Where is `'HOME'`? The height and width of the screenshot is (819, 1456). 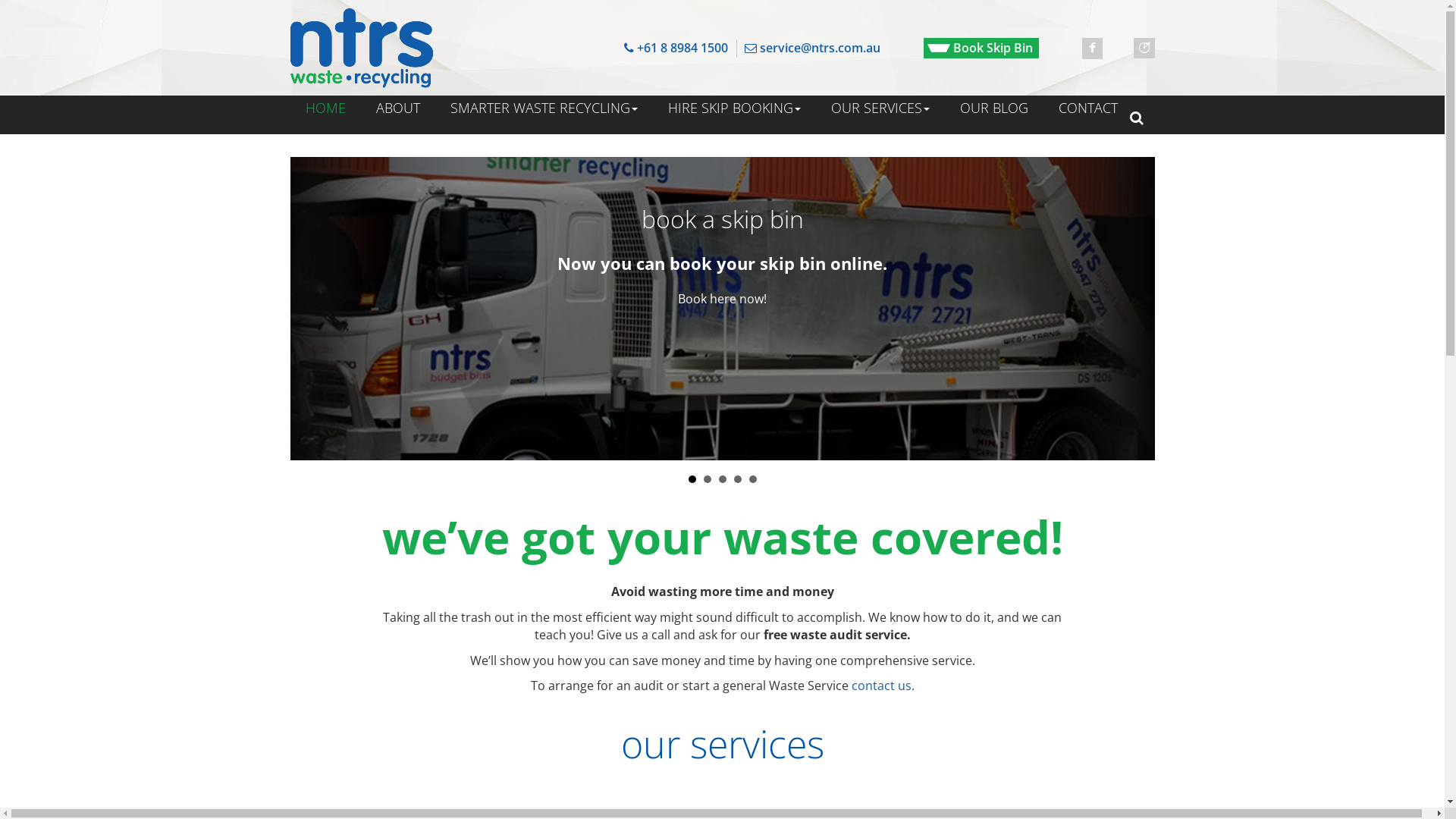
'HOME' is located at coordinates (324, 107).